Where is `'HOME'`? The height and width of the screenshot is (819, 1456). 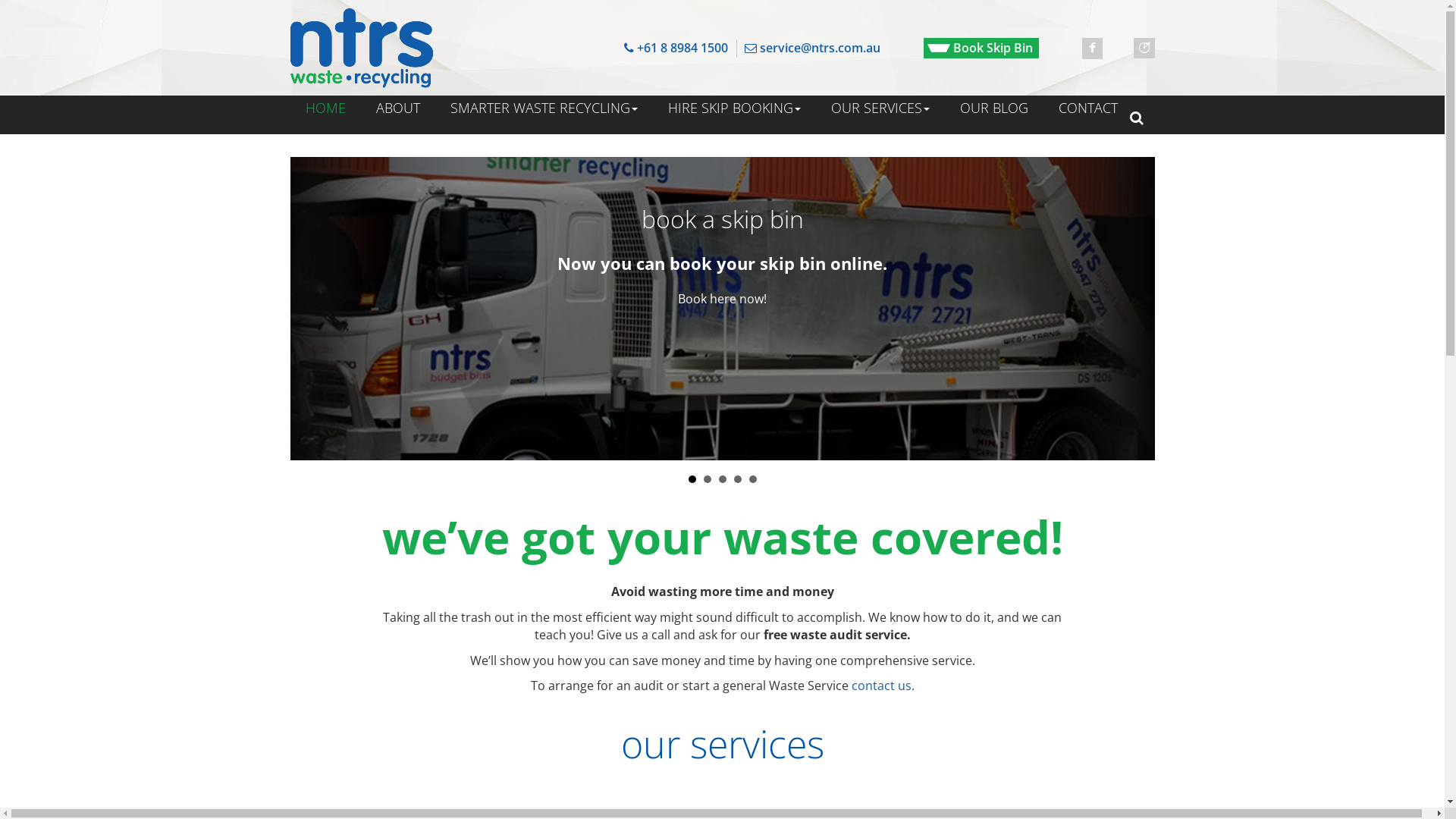
'HOME' is located at coordinates (324, 107).